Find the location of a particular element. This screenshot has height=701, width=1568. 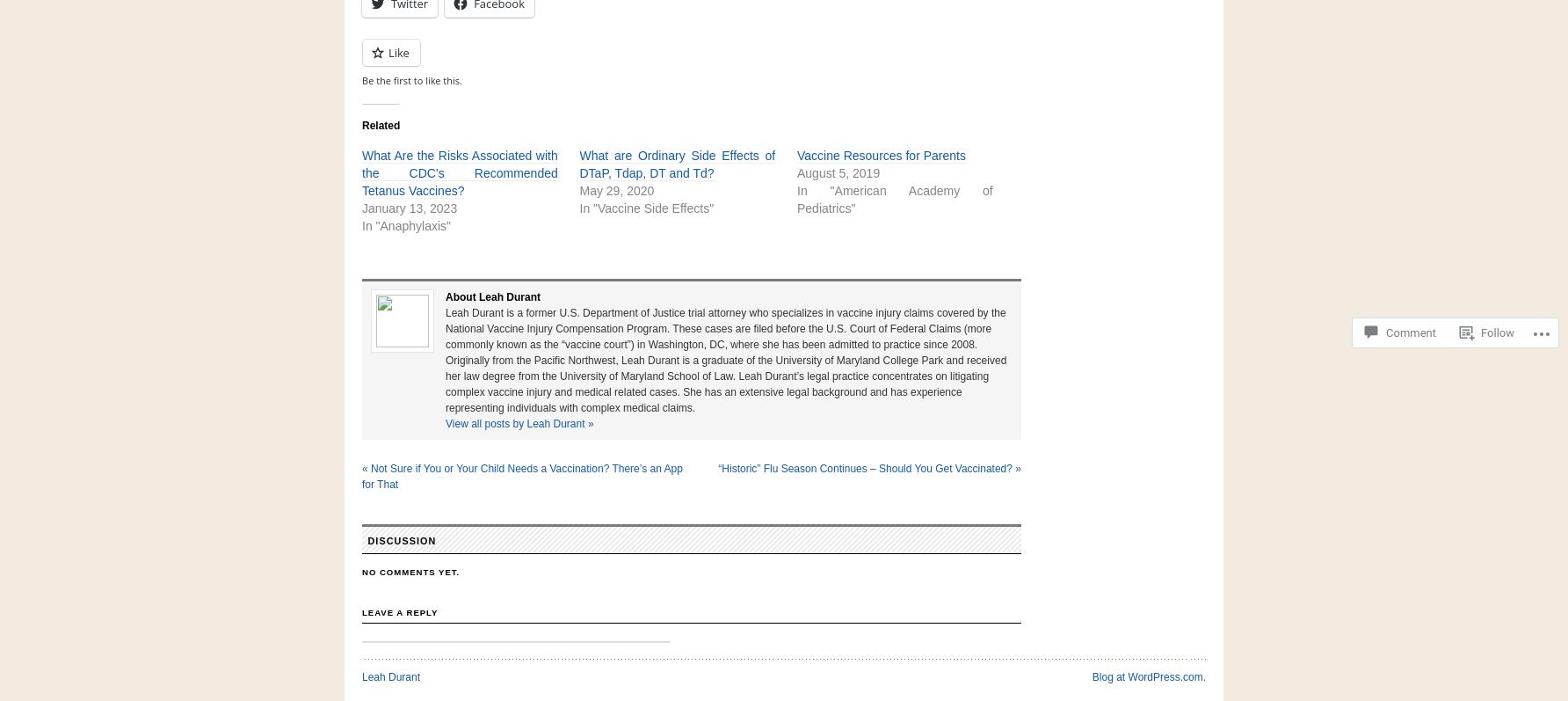

'No comments yet.' is located at coordinates (410, 572).